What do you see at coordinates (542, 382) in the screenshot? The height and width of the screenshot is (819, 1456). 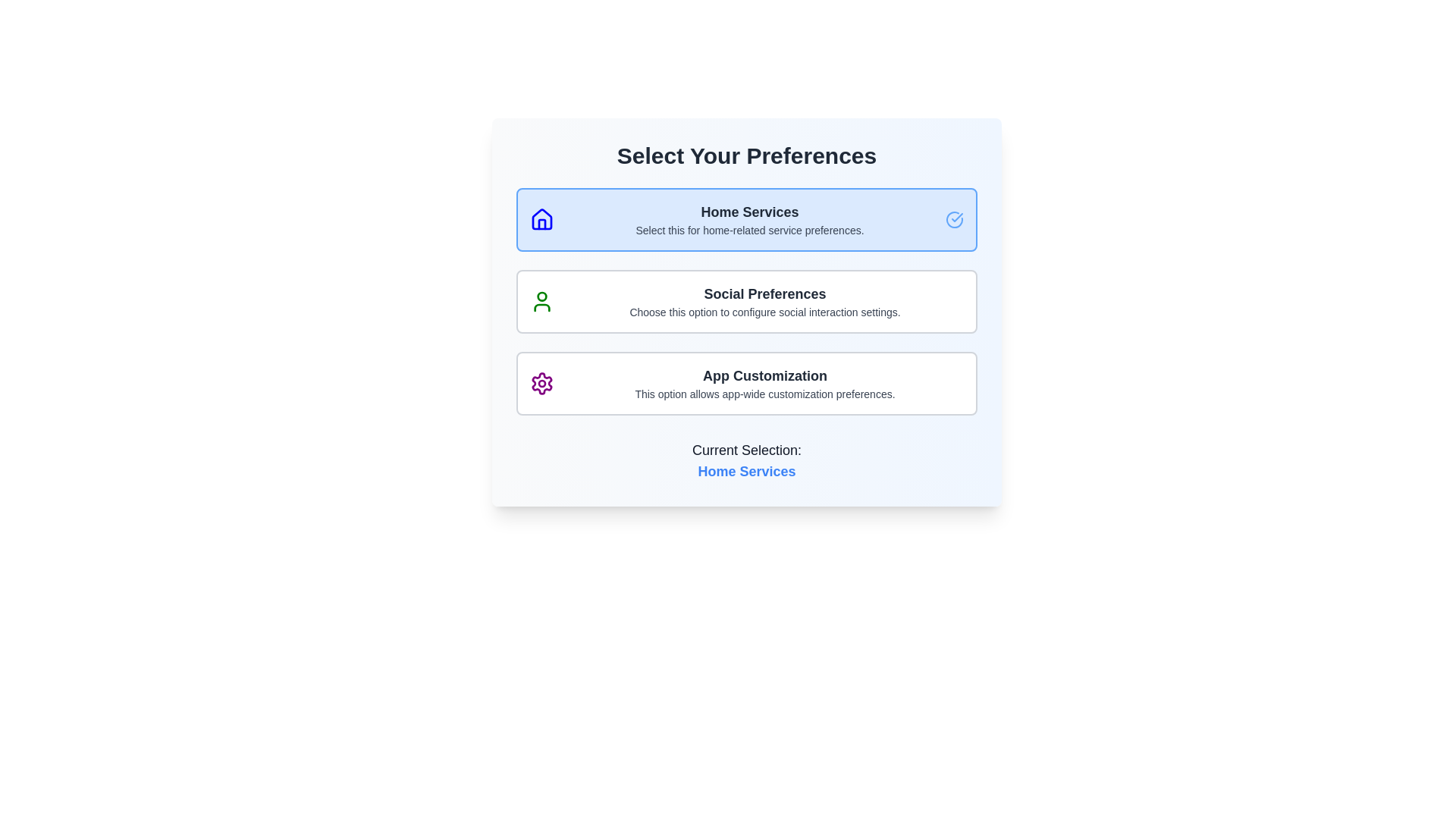 I see `the gear icon located at the top-left corner of the 'App Customization' option card to indicate activation` at bounding box center [542, 382].